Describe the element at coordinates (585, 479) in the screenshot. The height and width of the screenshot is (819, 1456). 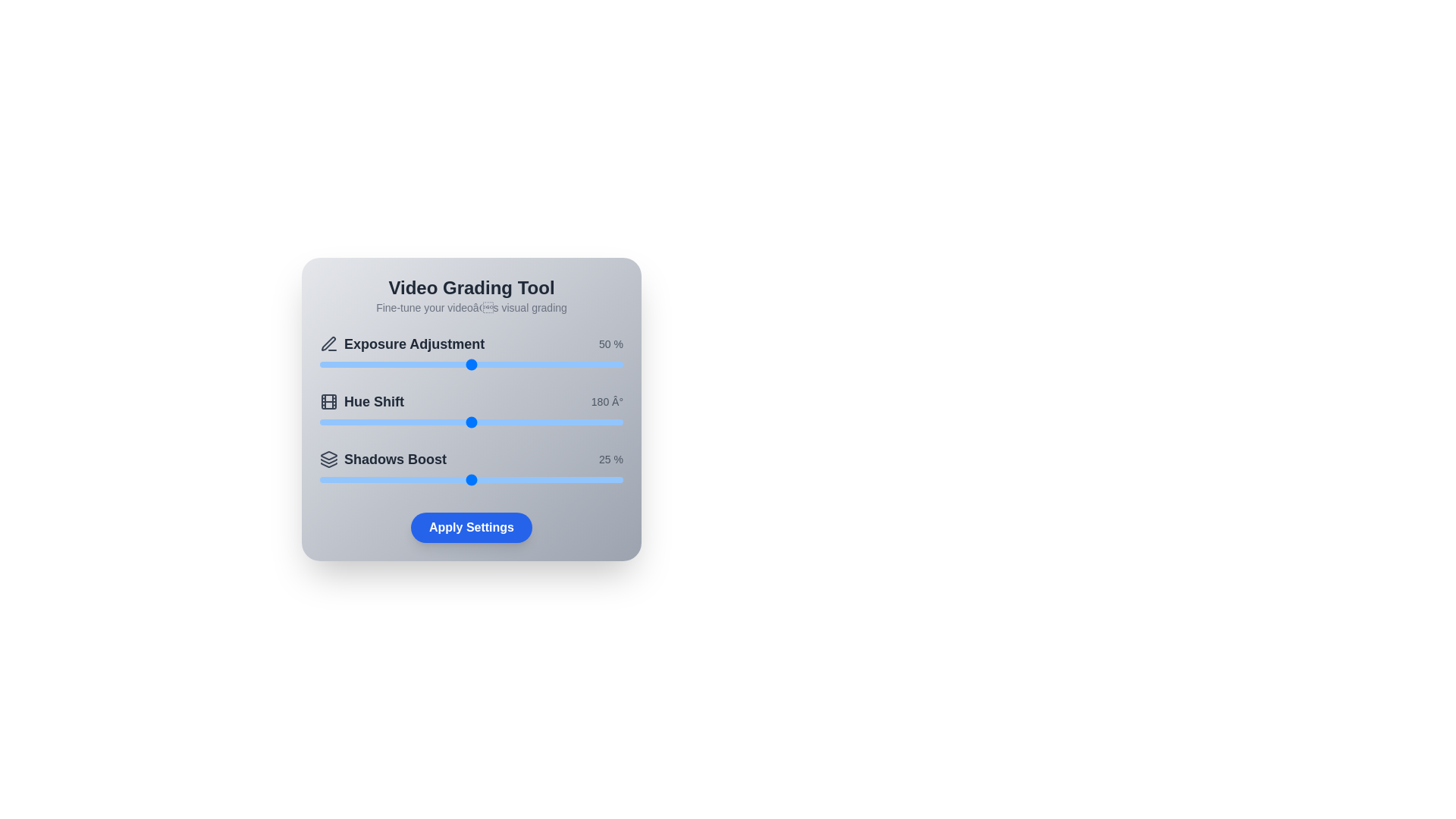
I see `the 'Shadows Boost' slider` at that location.